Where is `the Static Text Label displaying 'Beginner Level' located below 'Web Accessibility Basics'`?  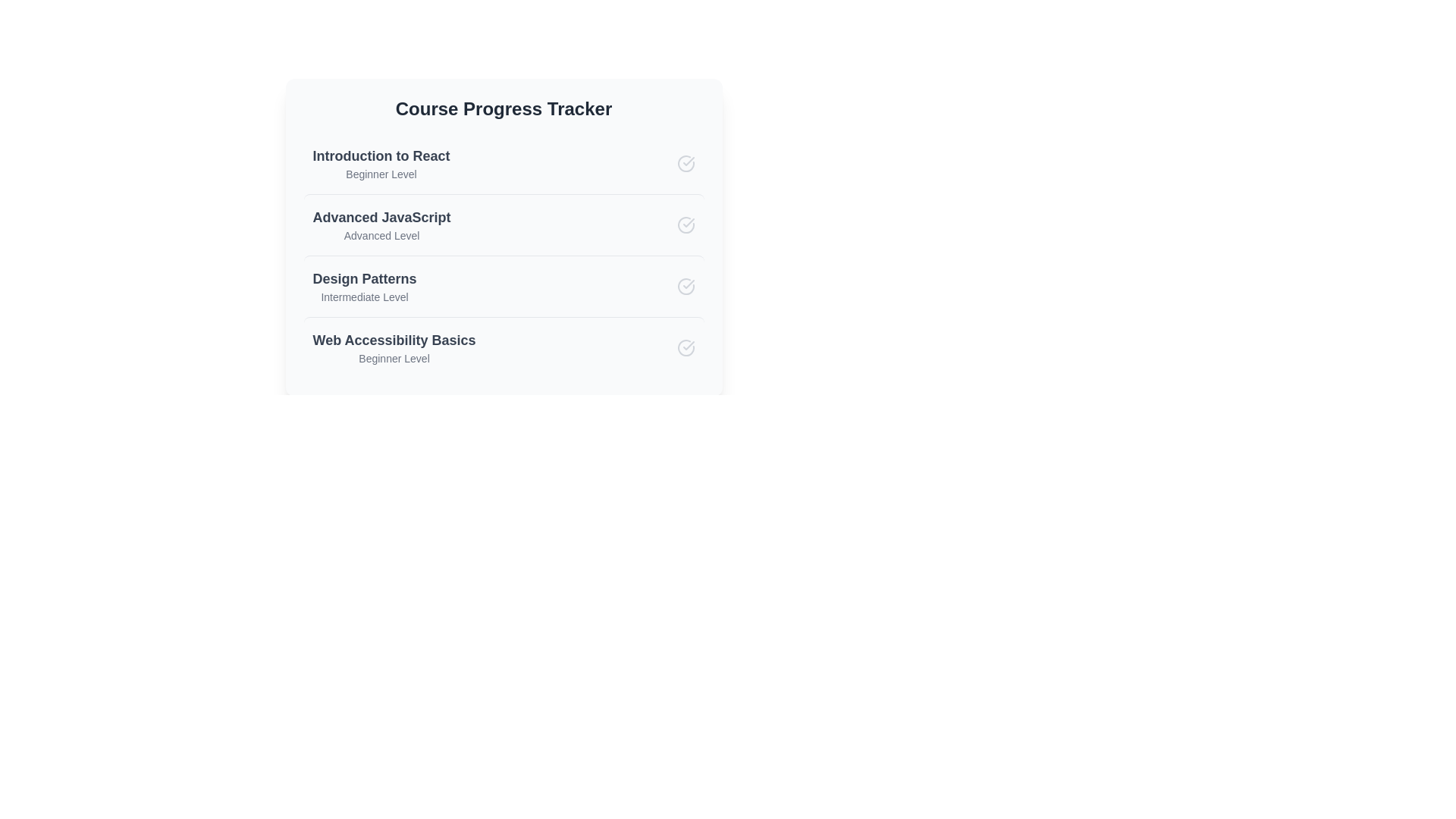
the Static Text Label displaying 'Beginner Level' located below 'Web Accessibility Basics' is located at coordinates (394, 359).